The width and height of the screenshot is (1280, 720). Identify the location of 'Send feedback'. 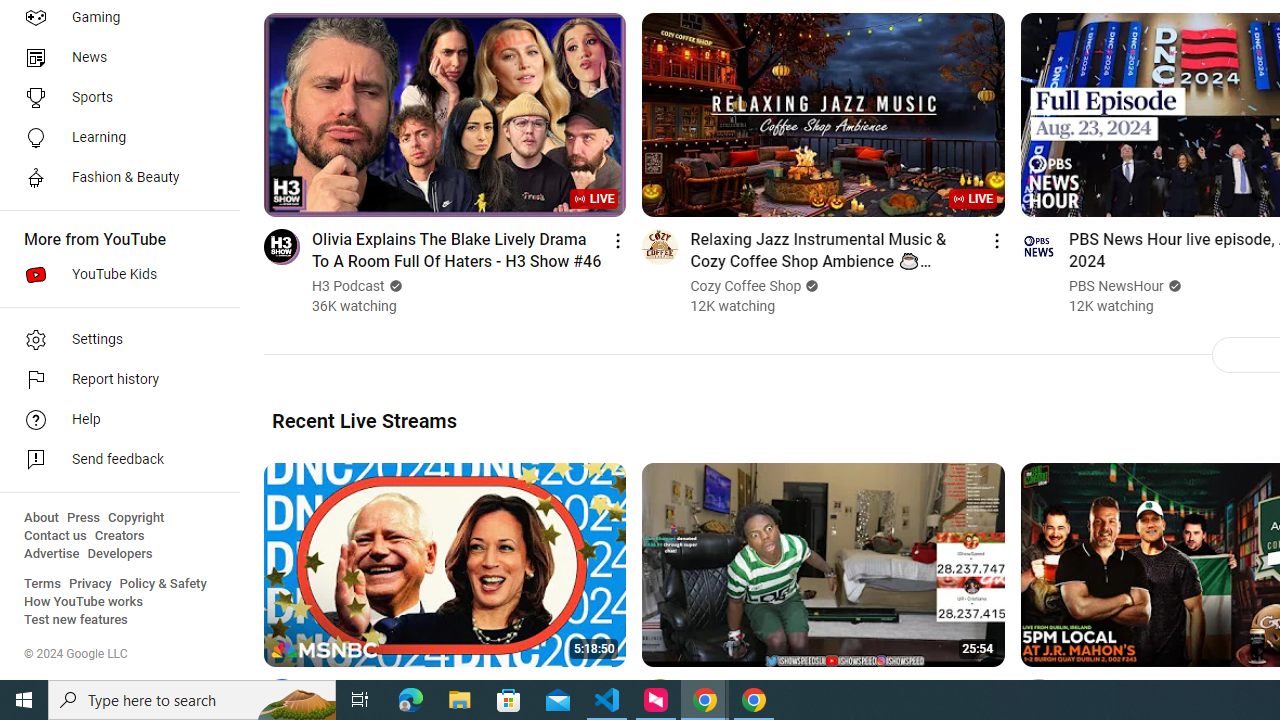
(112, 460).